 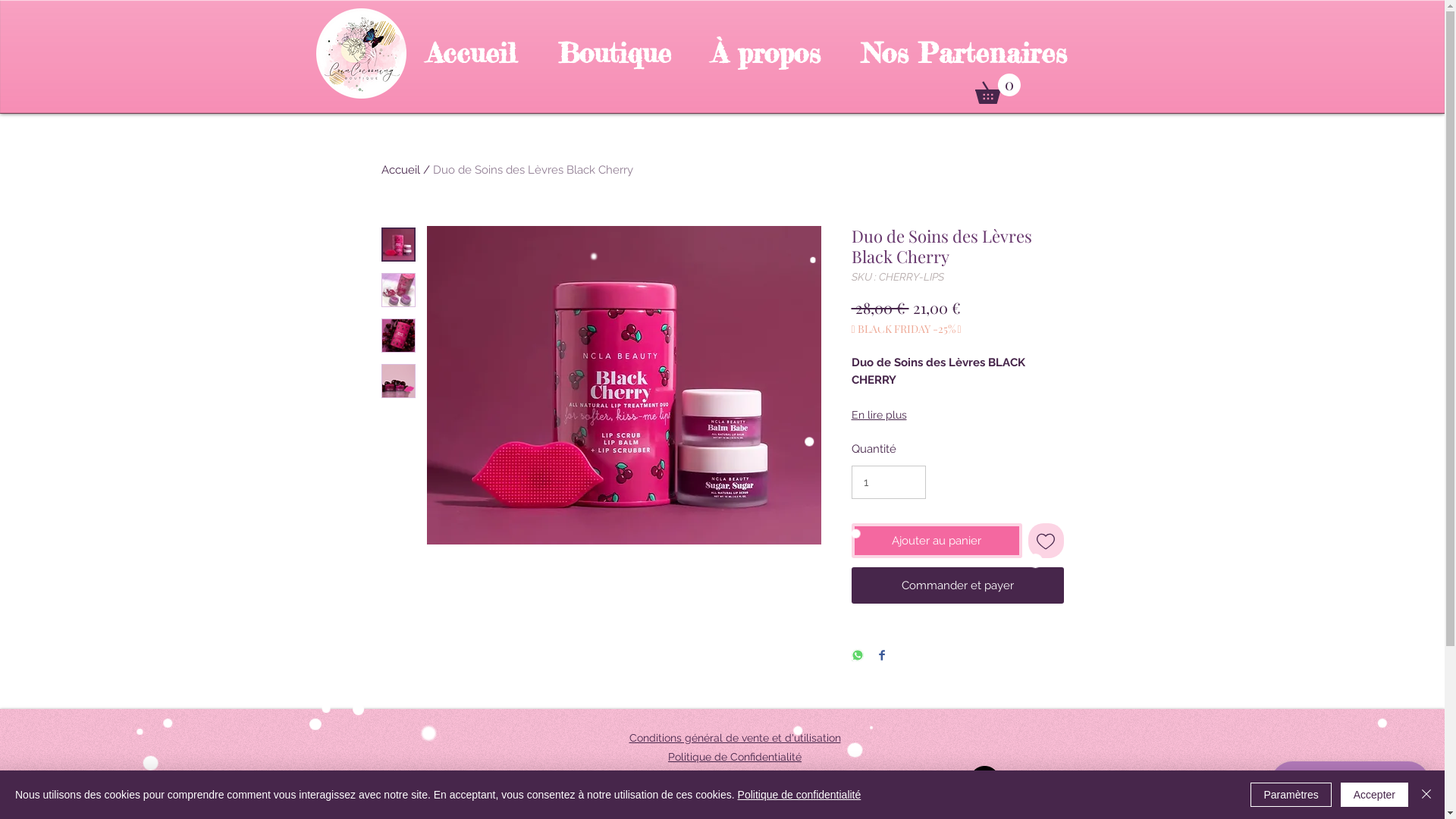 I want to click on 'Livraison et Retour', so click(x=734, y=775).